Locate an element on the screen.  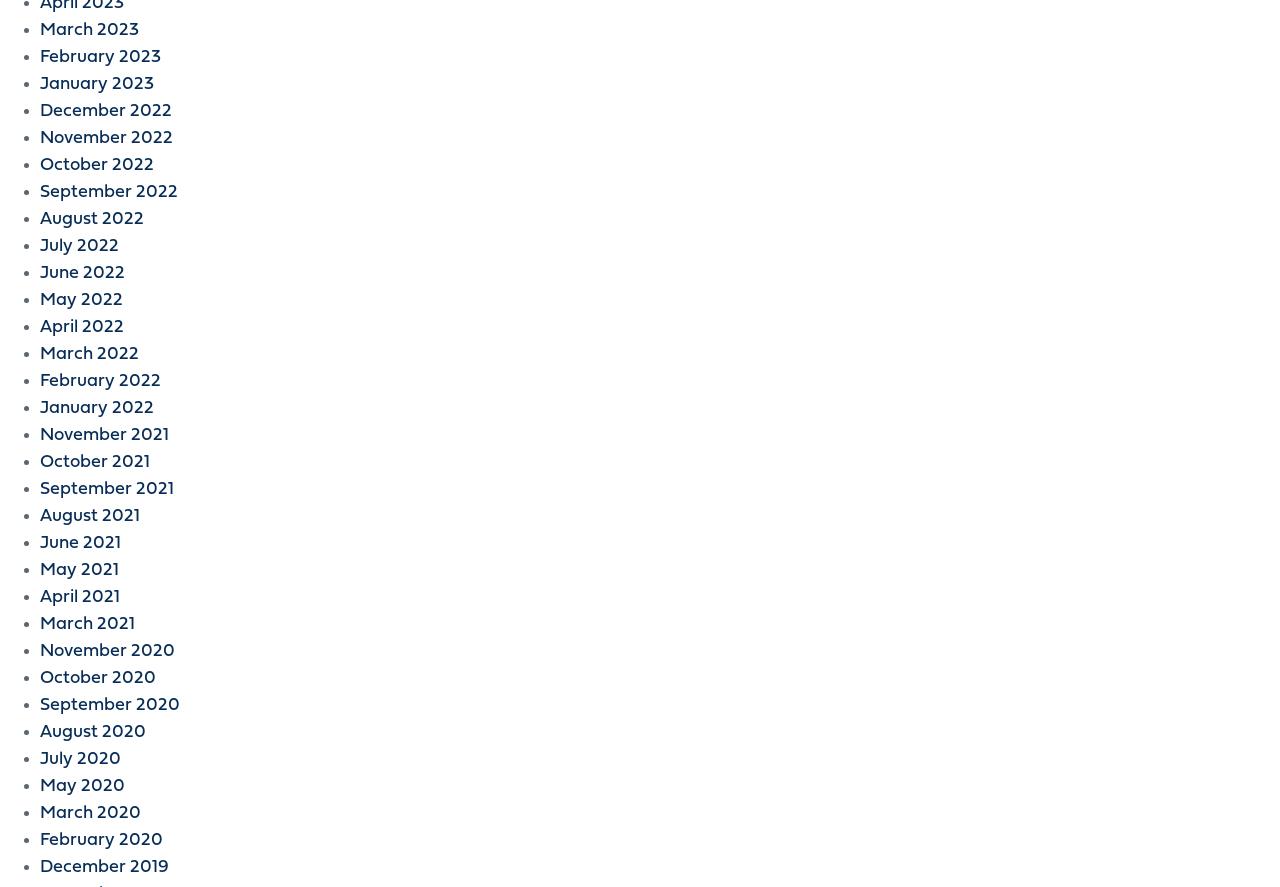
'August 2021' is located at coordinates (88, 516).